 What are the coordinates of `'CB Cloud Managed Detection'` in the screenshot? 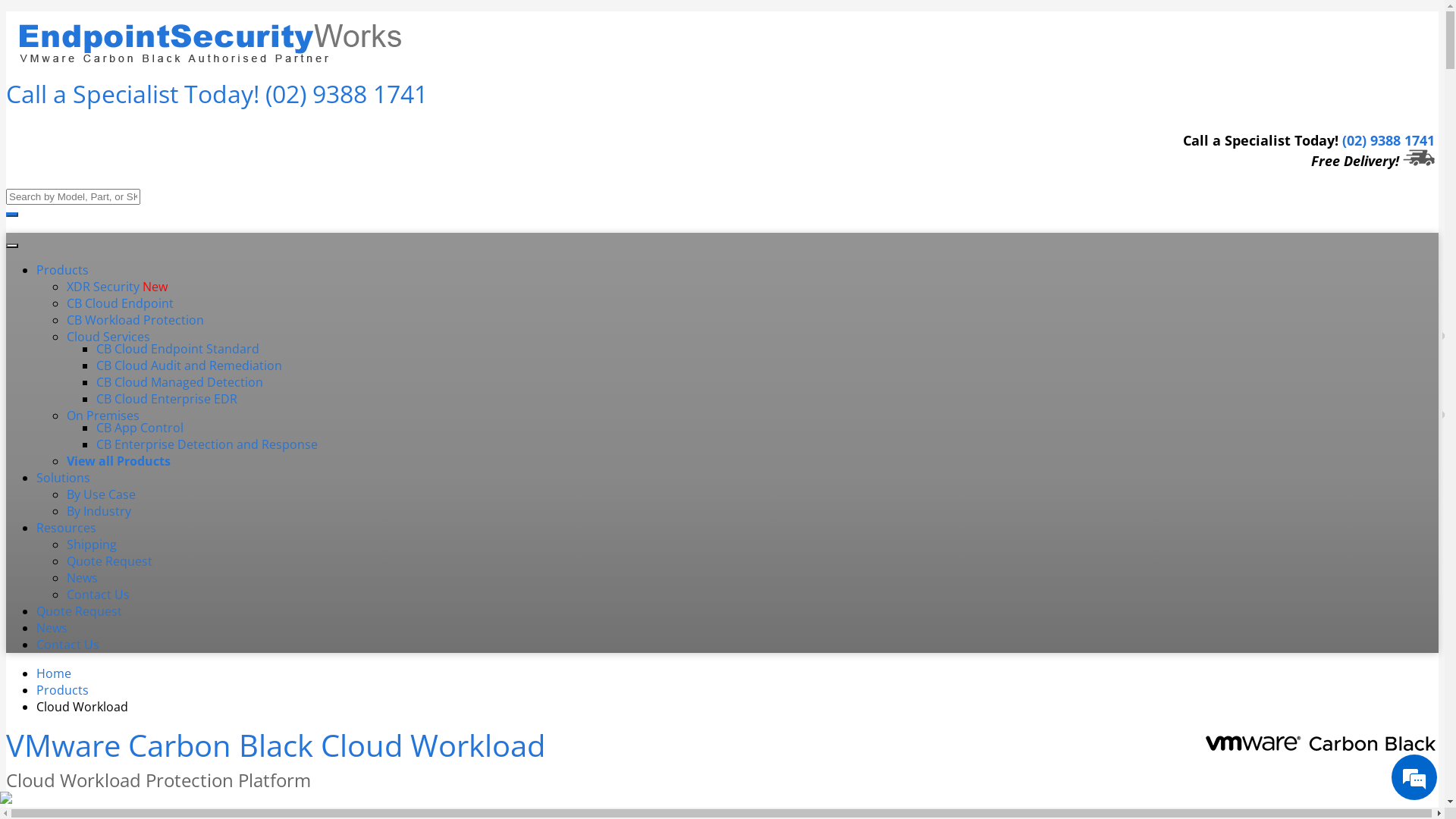 It's located at (95, 381).